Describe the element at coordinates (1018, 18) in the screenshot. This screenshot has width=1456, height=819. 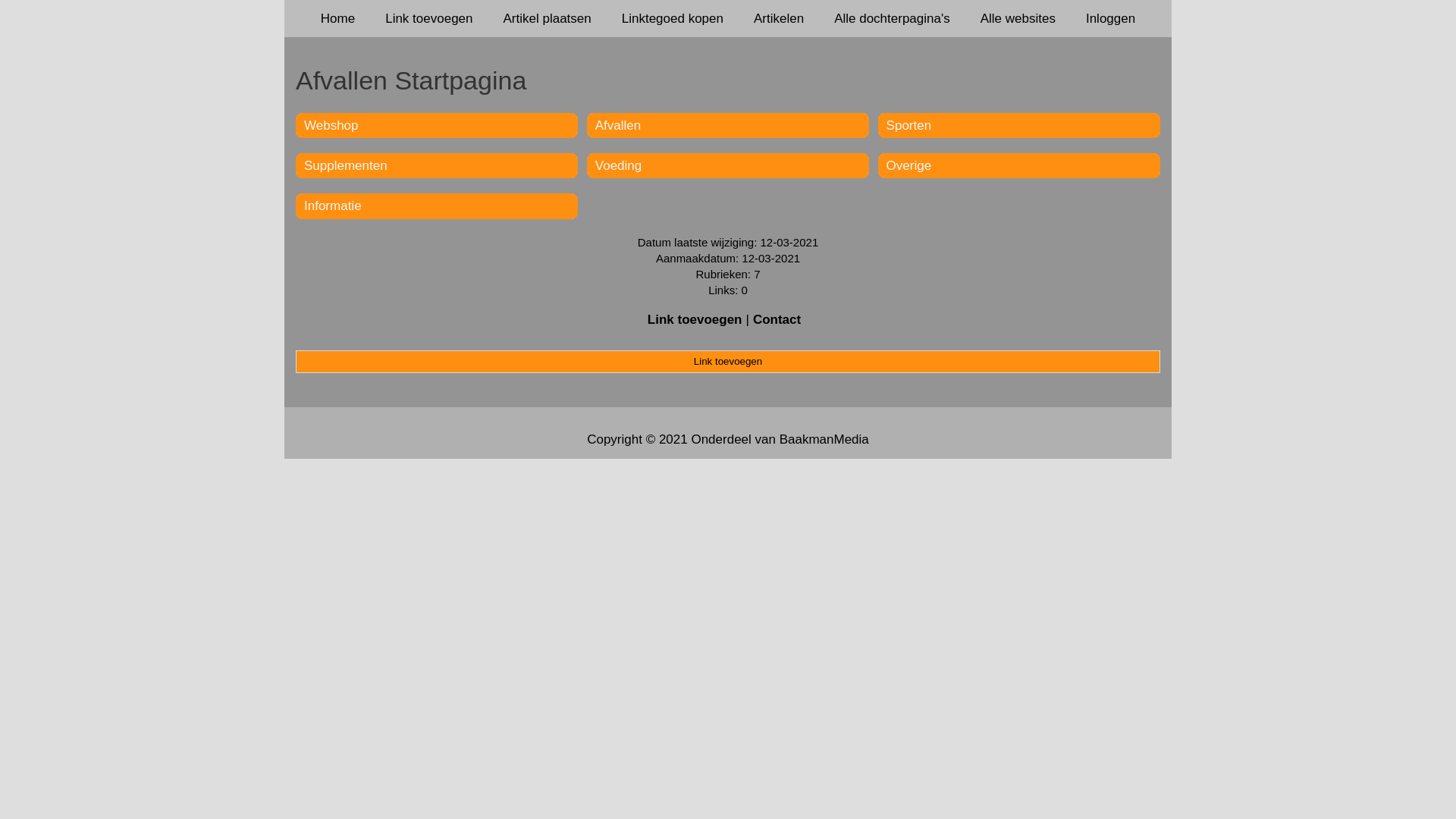
I see `'Alle websites'` at that location.